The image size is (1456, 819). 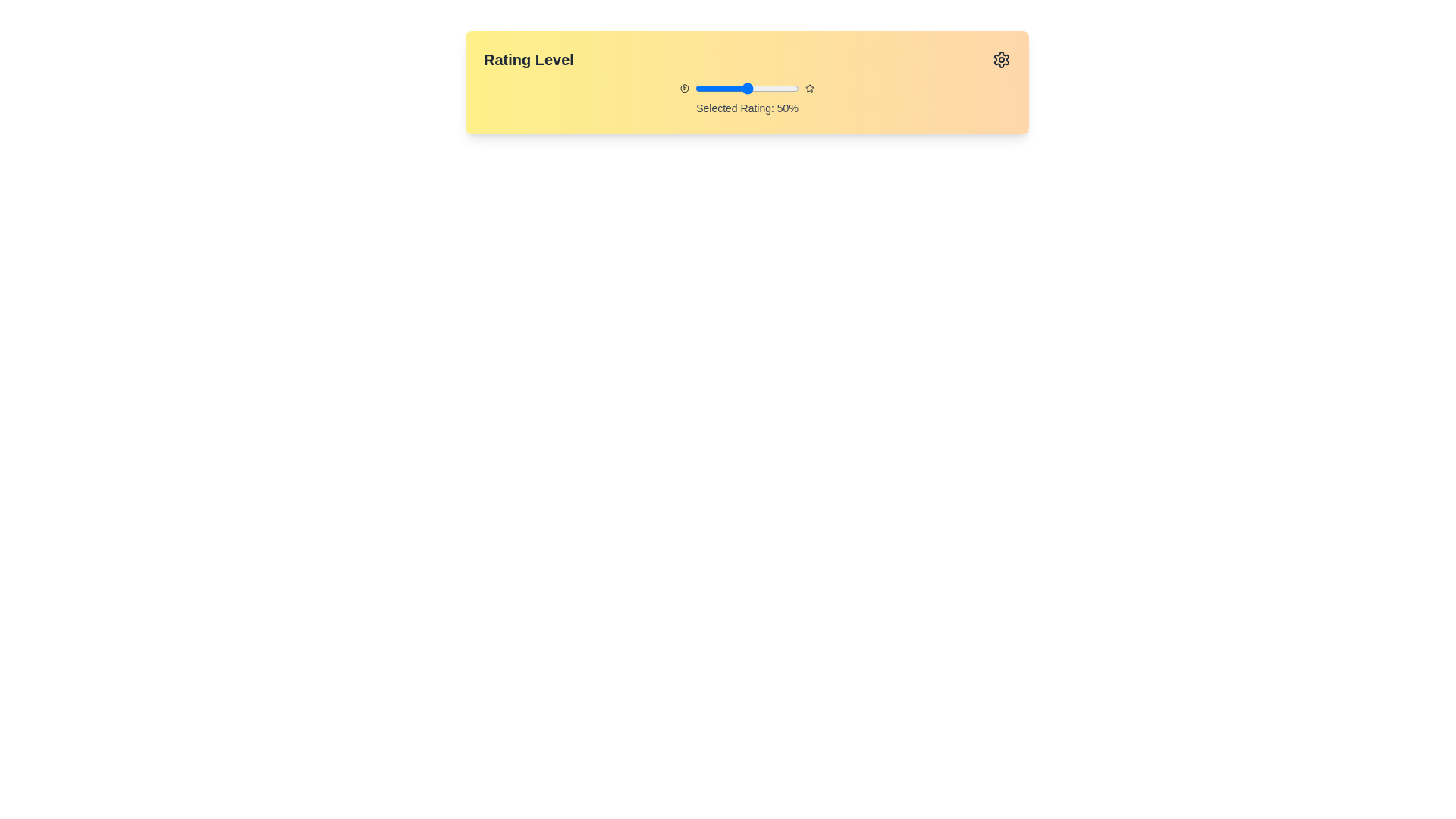 I want to click on the gear-shaped icon button in the header section labeled 'Rating Level', so click(x=1001, y=58).